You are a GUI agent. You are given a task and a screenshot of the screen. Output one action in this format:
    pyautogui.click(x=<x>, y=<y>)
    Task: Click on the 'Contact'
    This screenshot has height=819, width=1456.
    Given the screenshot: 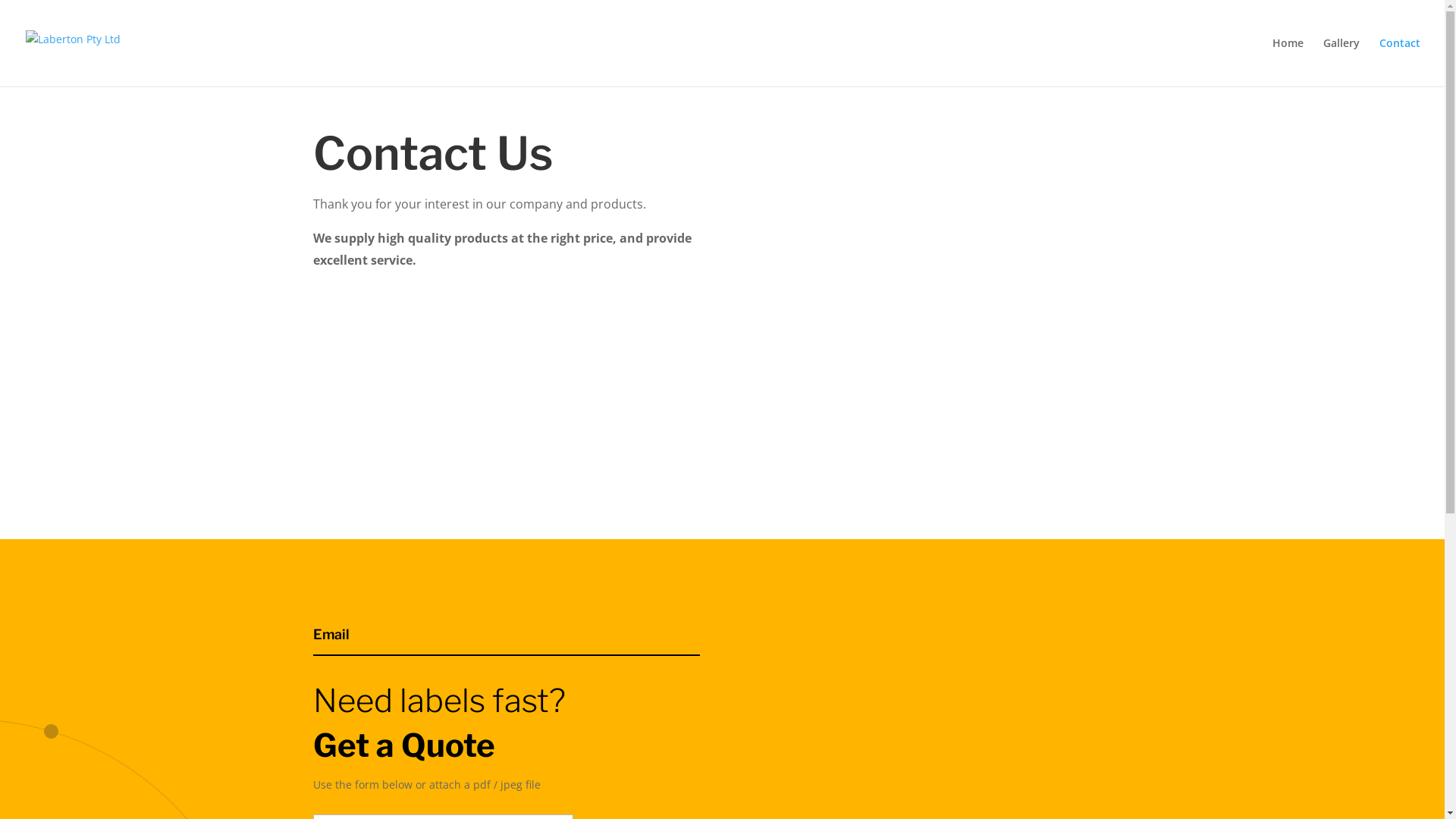 What is the action you would take?
    pyautogui.click(x=1399, y=61)
    